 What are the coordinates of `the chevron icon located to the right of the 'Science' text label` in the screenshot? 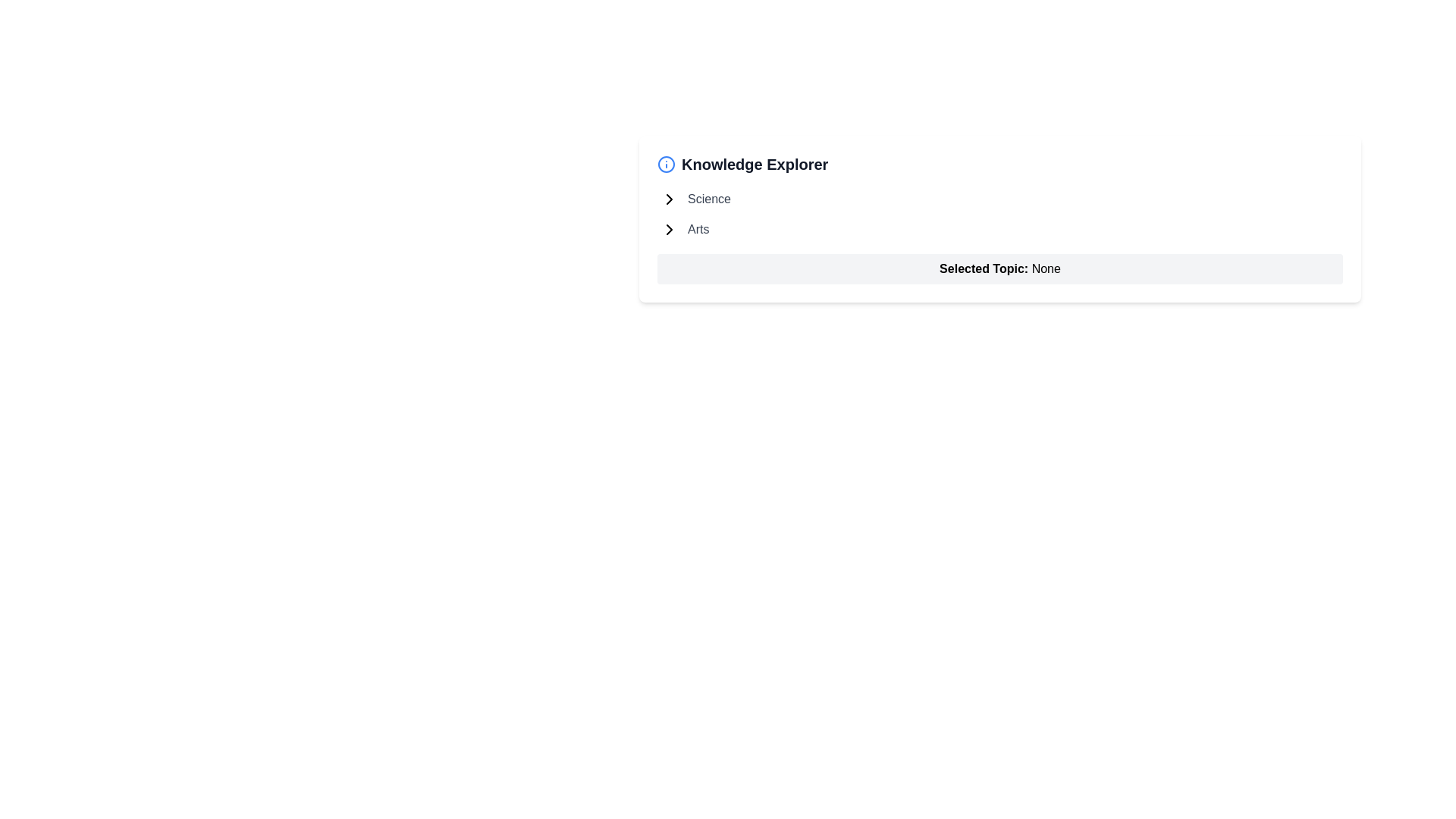 It's located at (669, 198).